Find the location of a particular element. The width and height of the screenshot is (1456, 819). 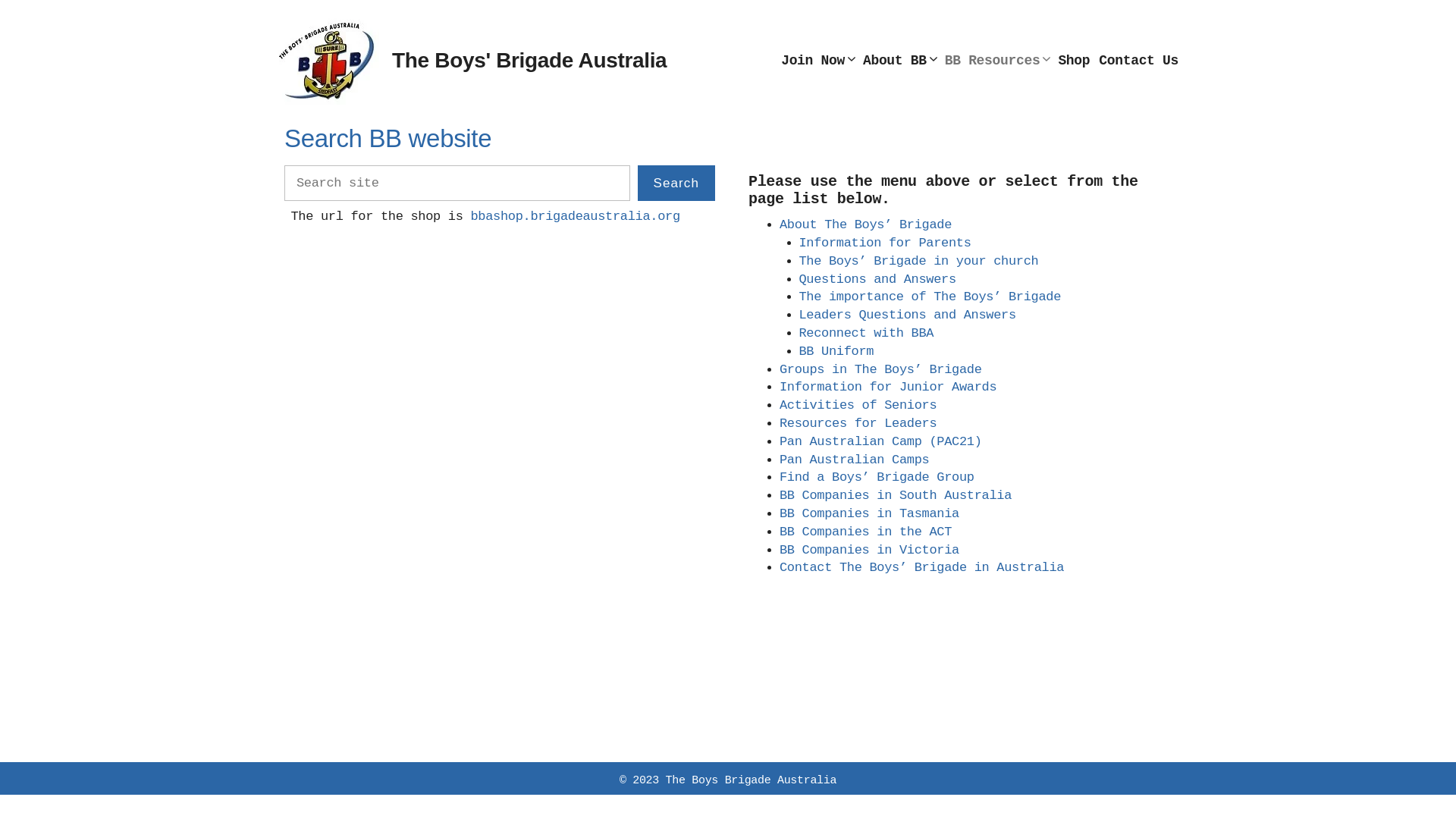

'Pan Australian Camps' is located at coordinates (854, 459).